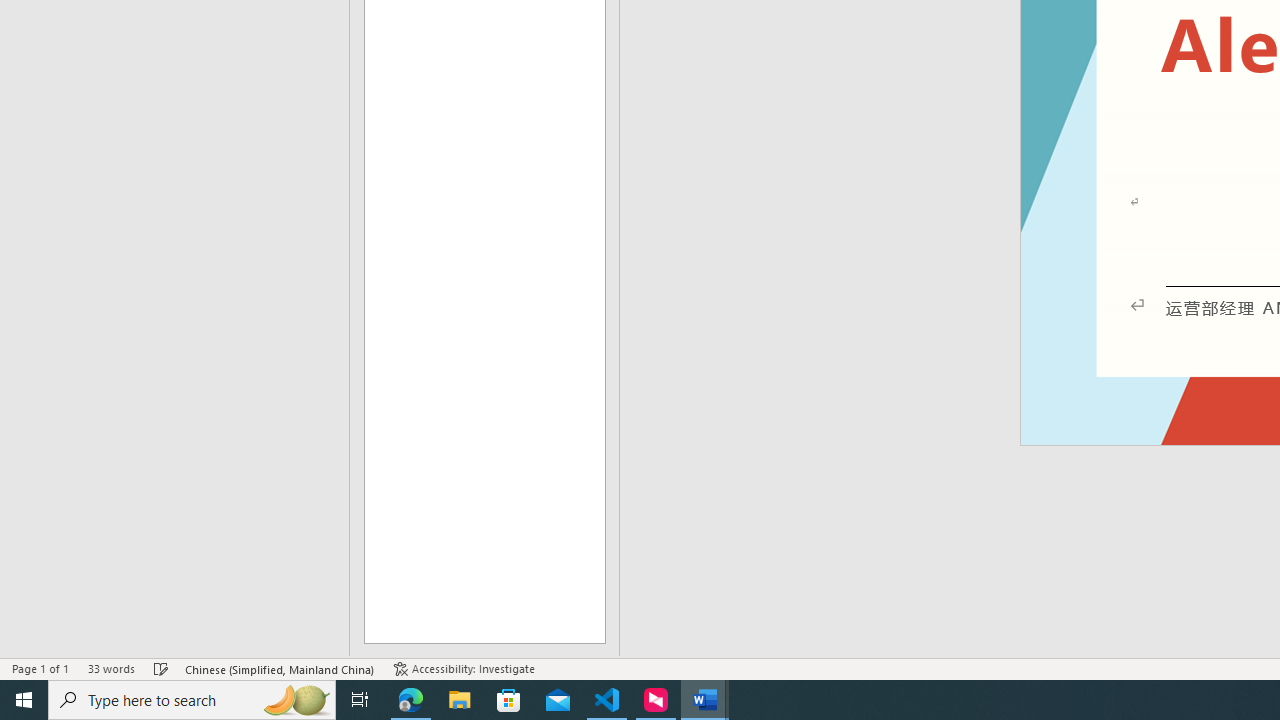 The image size is (1280, 720). Describe the element at coordinates (40, 669) in the screenshot. I see `'Page Number Page 1 of 1'` at that location.